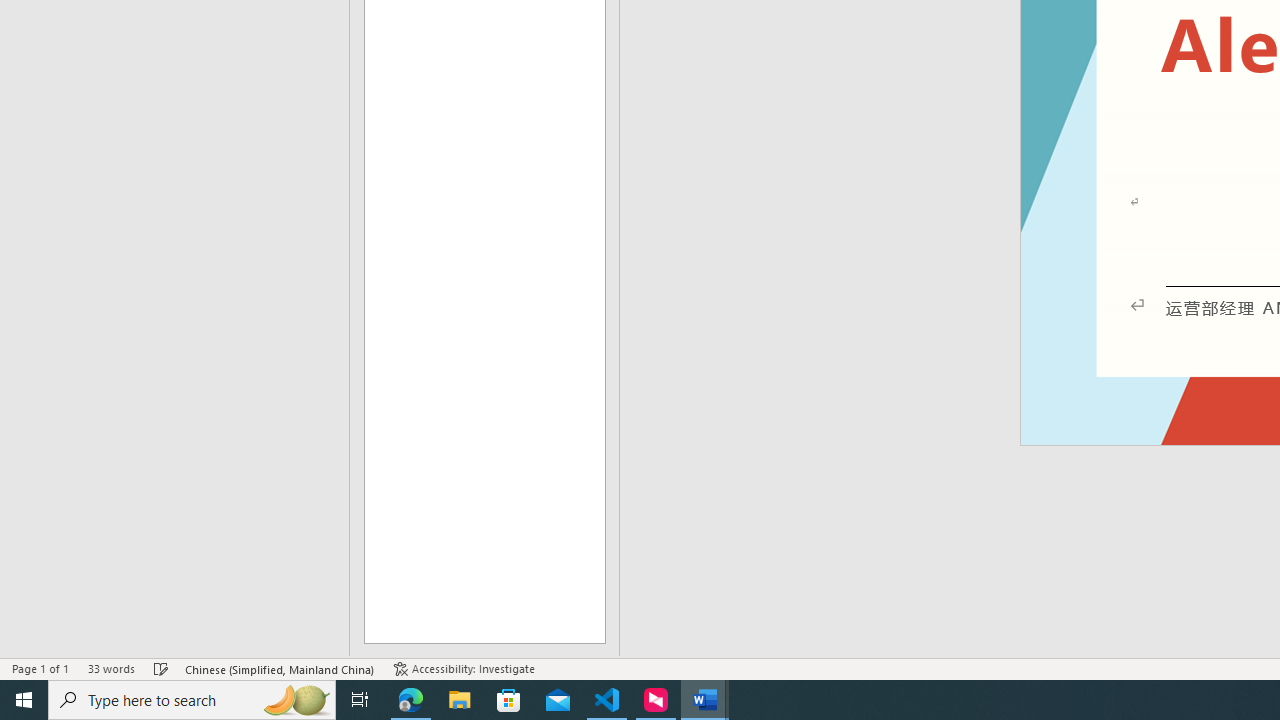 The image size is (1280, 720). Describe the element at coordinates (40, 669) in the screenshot. I see `'Page Number Page 1 of 1'` at that location.